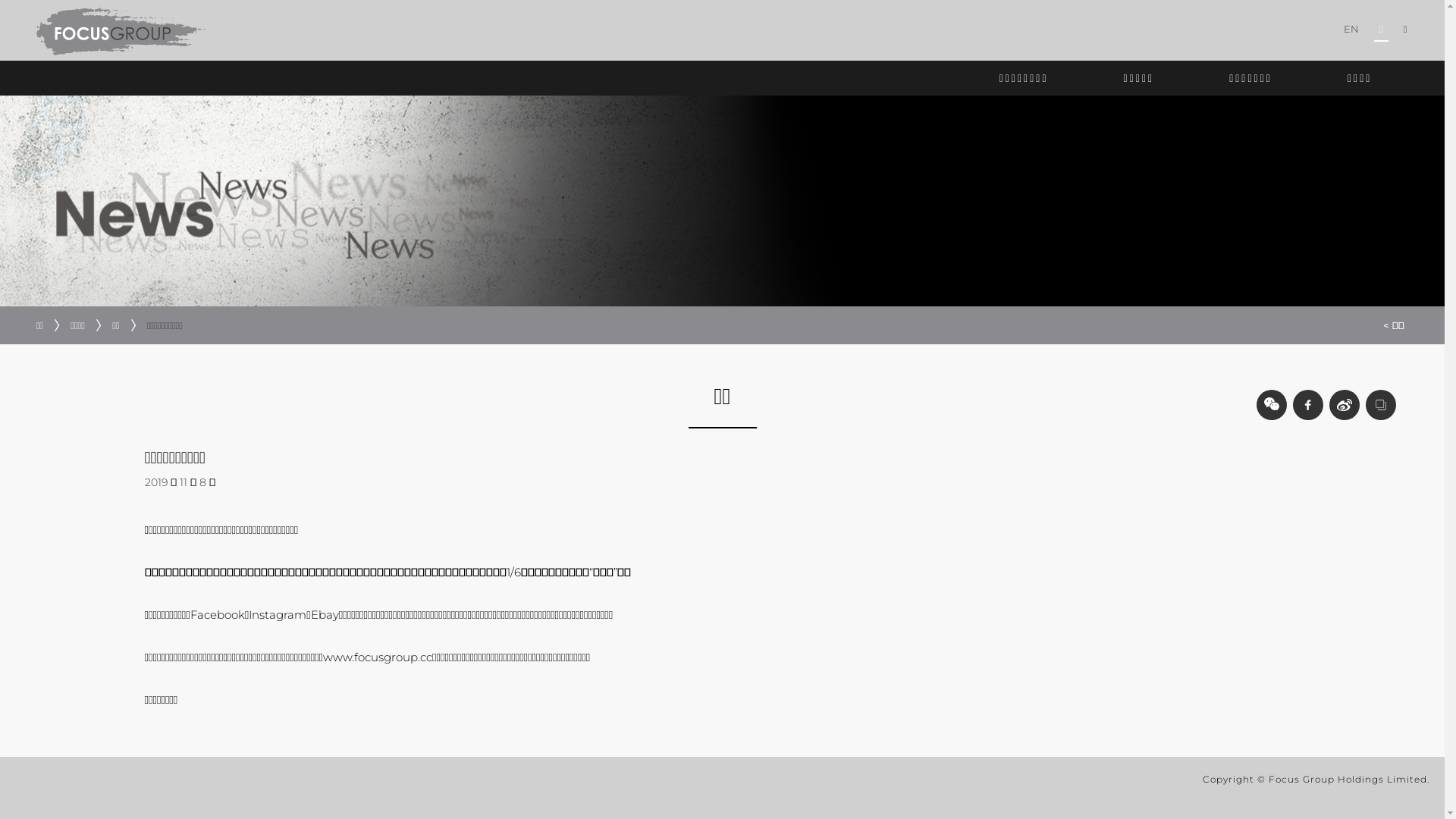  I want to click on 'EN', so click(1351, 29).